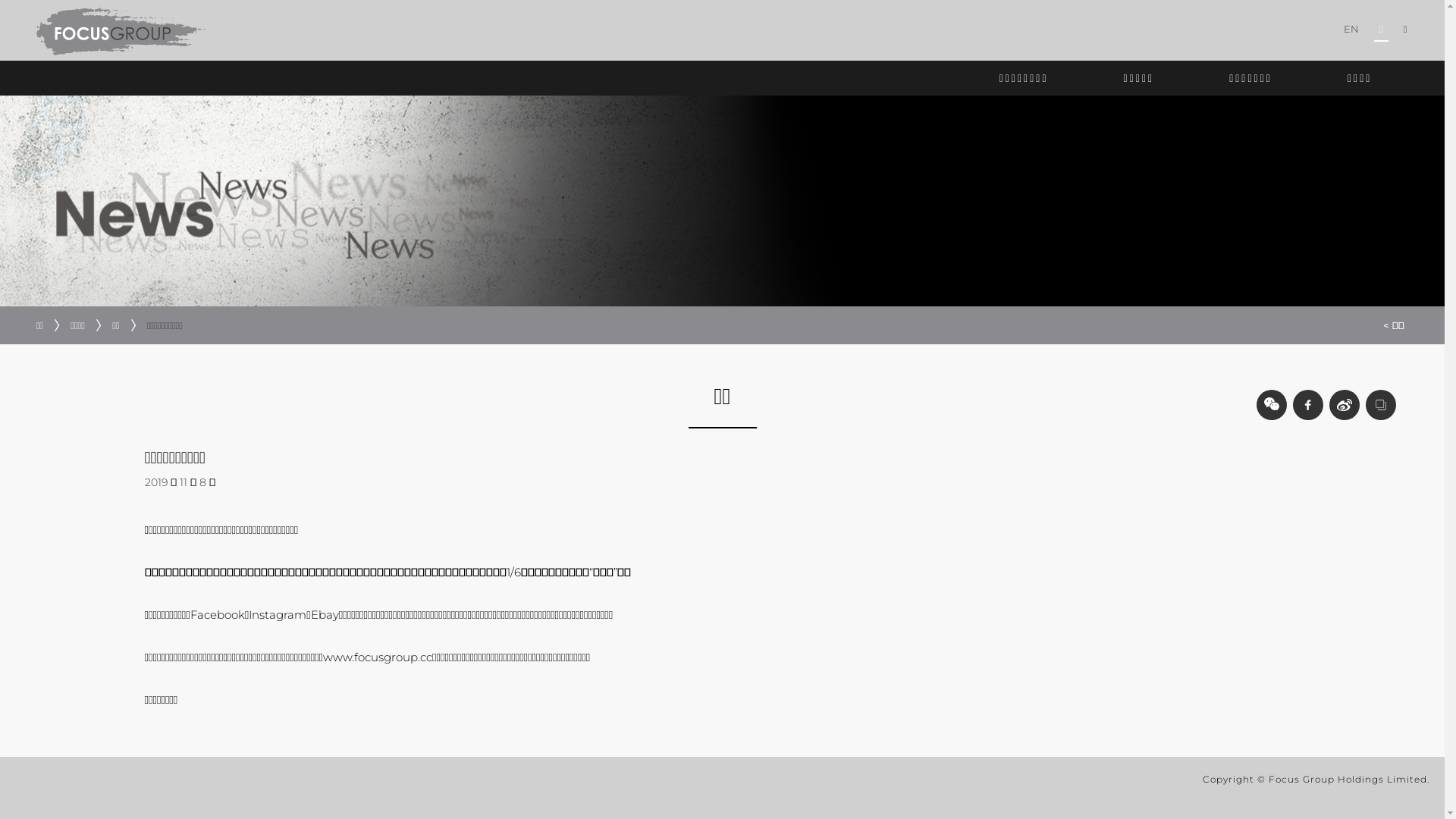  I want to click on 'EN', so click(1351, 29).